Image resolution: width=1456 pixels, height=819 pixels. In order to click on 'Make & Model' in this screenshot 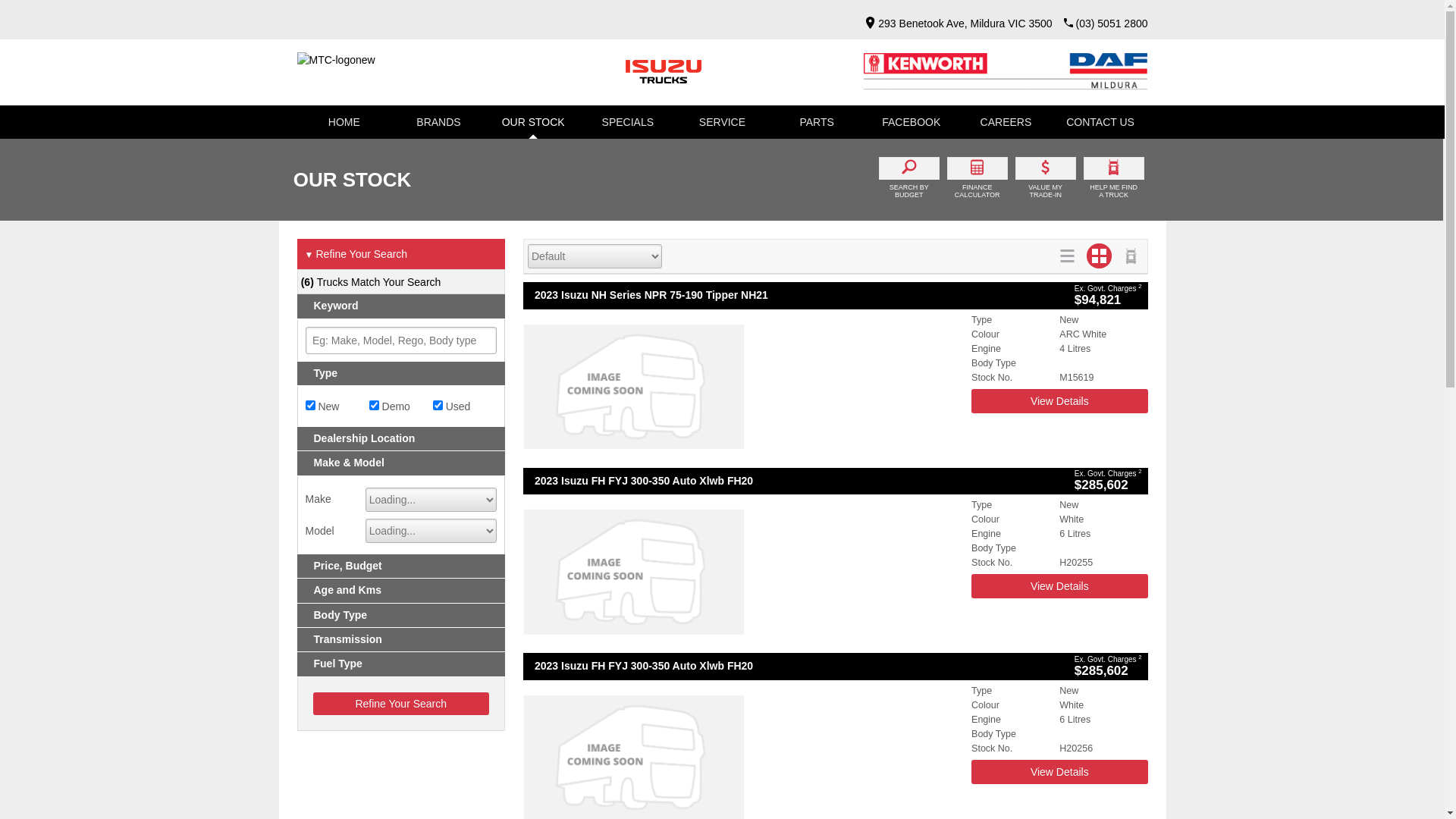, I will do `click(401, 462)`.